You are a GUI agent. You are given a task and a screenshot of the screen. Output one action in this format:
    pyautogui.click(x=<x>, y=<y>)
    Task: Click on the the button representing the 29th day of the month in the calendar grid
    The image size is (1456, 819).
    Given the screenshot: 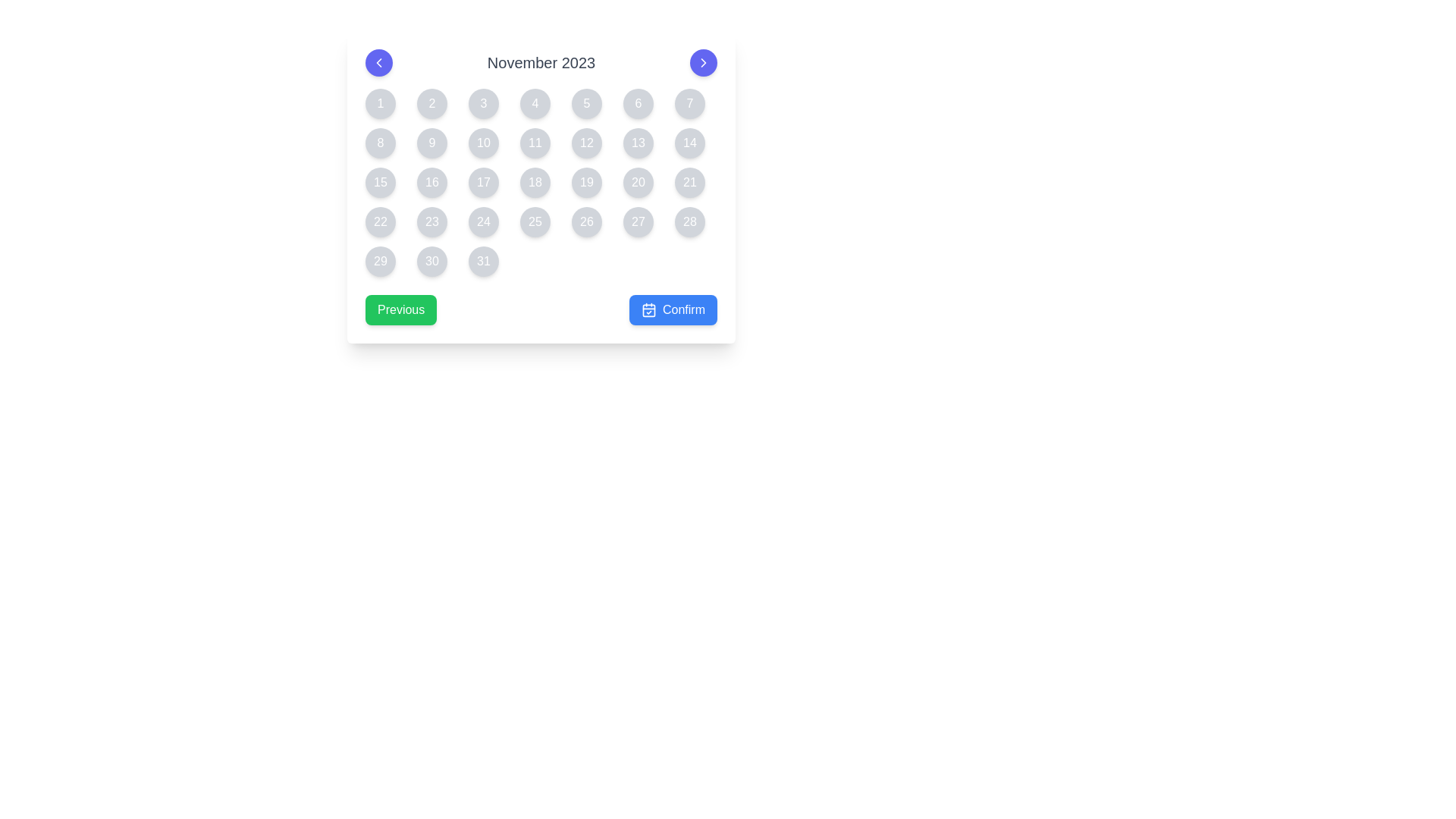 What is the action you would take?
    pyautogui.click(x=381, y=260)
    